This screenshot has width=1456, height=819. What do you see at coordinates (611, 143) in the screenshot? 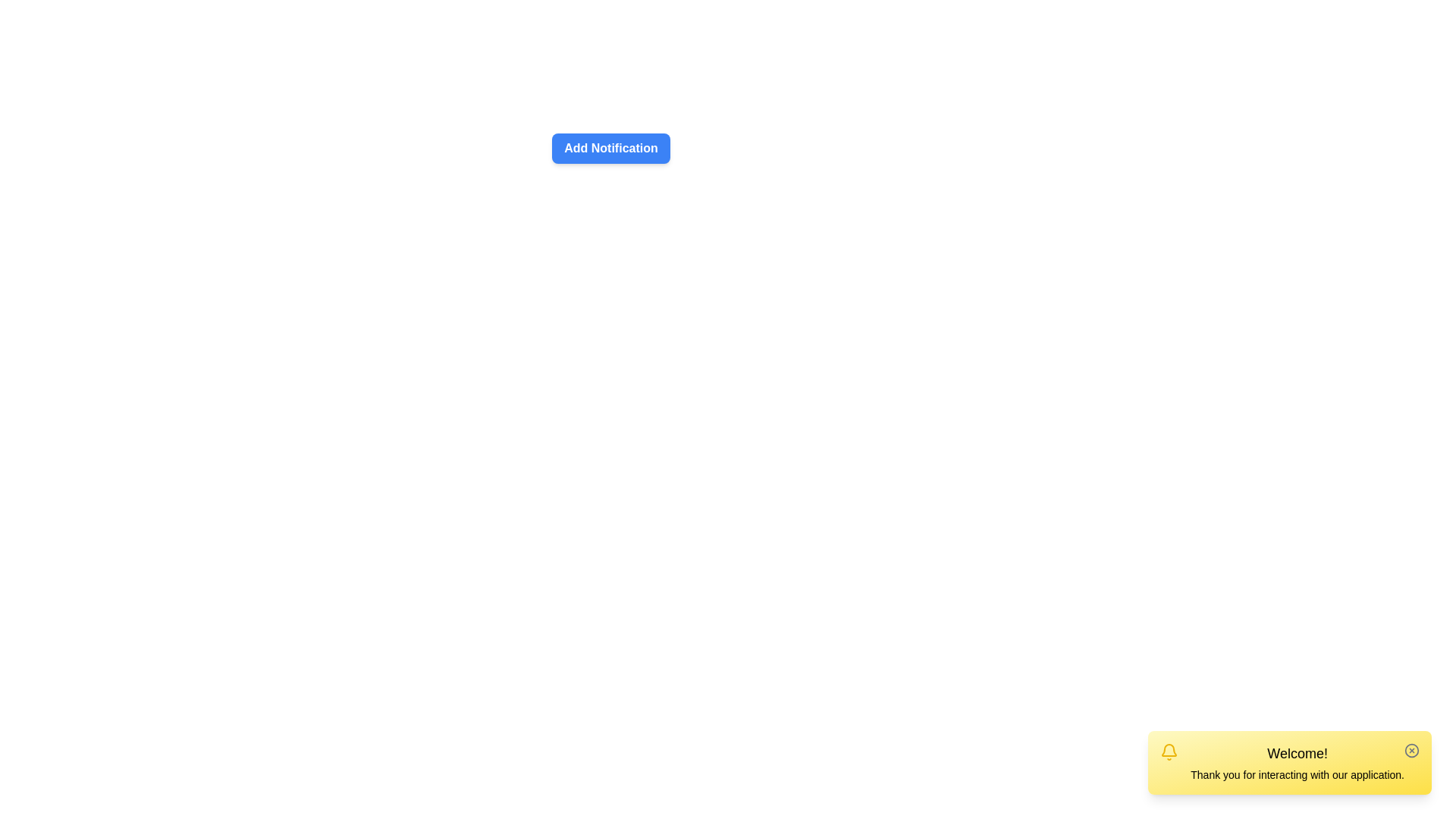
I see `the blue rectangular button with rounded corners that contains the text 'Add Notification' to observe the hover effect` at bounding box center [611, 143].